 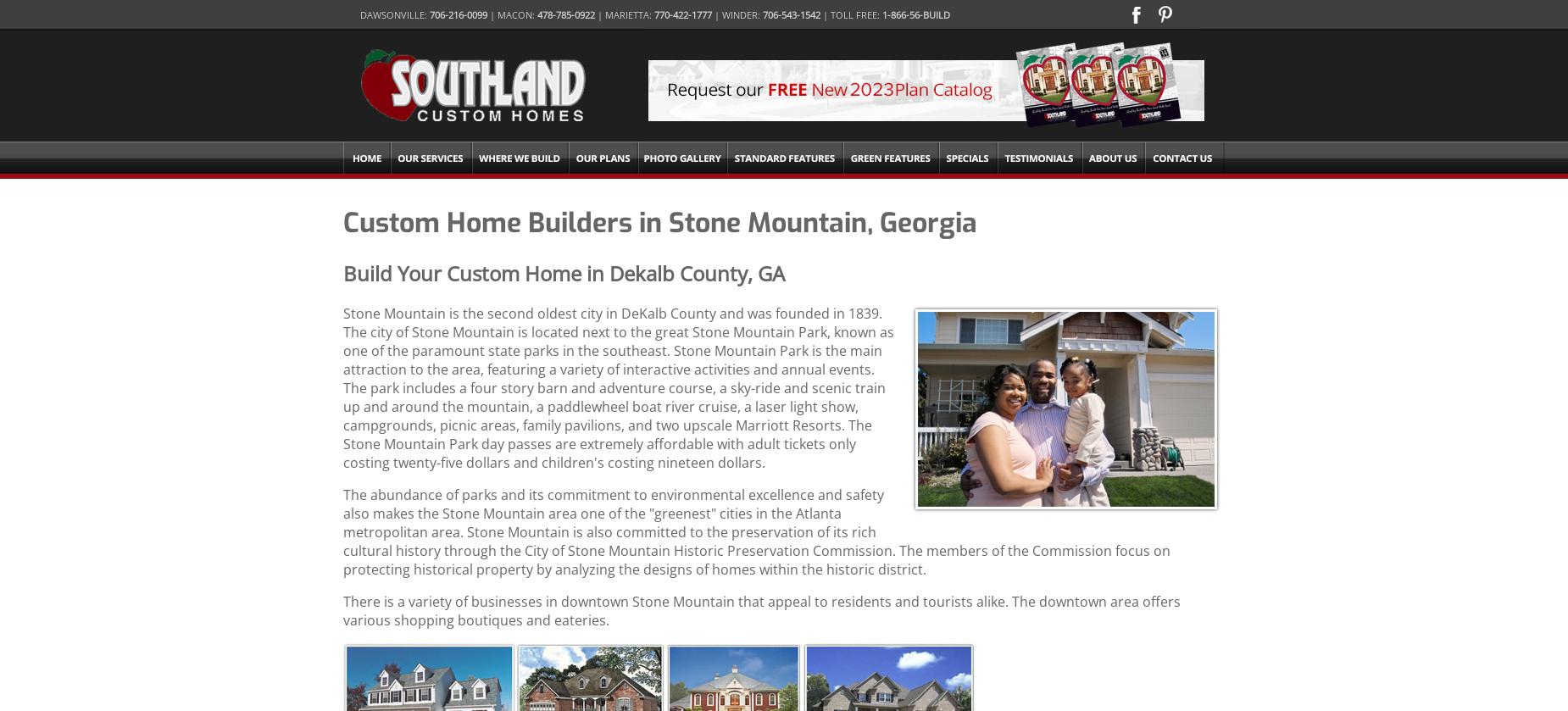 What do you see at coordinates (395, 14) in the screenshot?
I see `'Dawsonville:'` at bounding box center [395, 14].